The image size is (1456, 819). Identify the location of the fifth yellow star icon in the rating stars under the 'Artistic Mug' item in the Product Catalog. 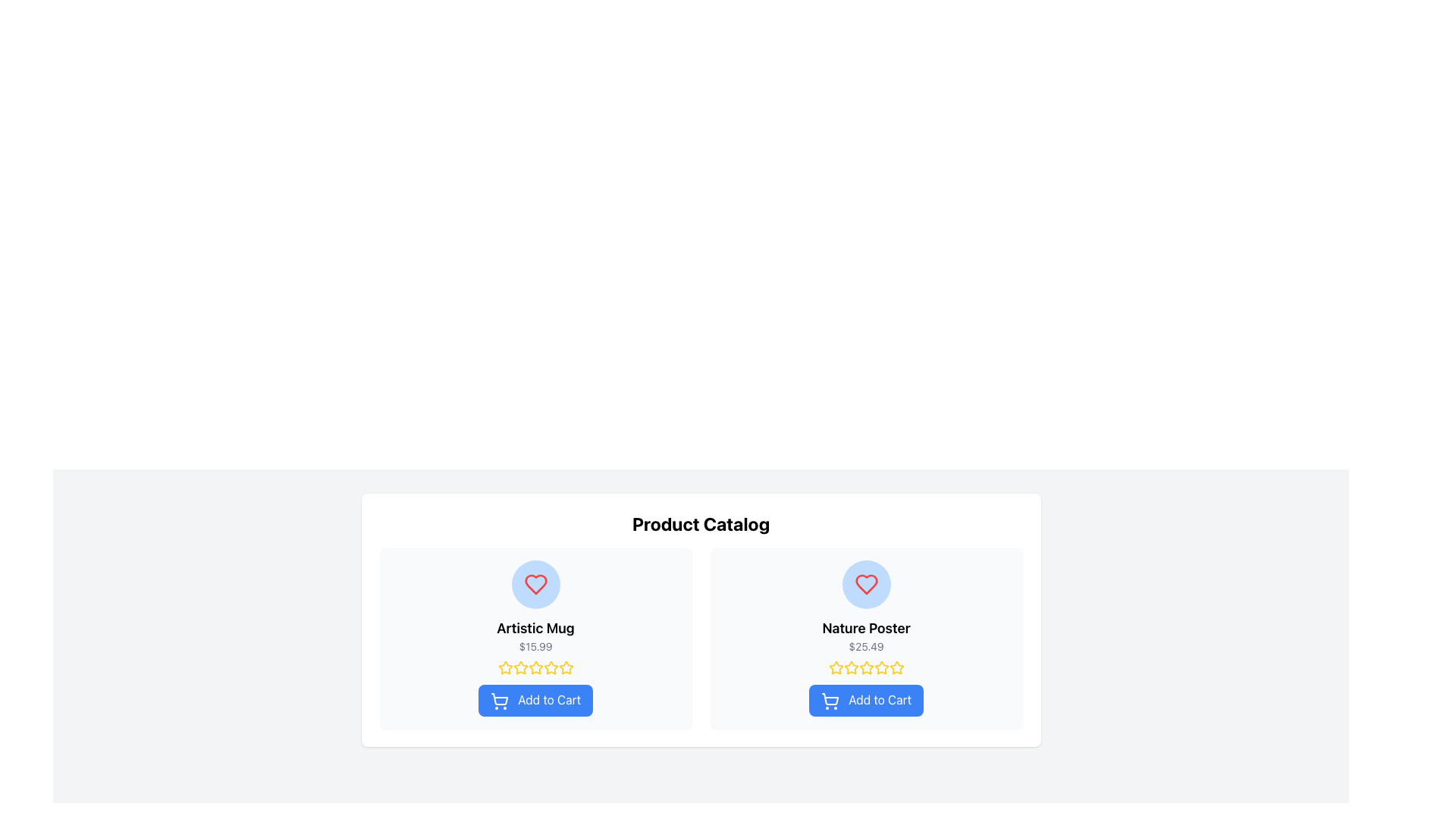
(565, 667).